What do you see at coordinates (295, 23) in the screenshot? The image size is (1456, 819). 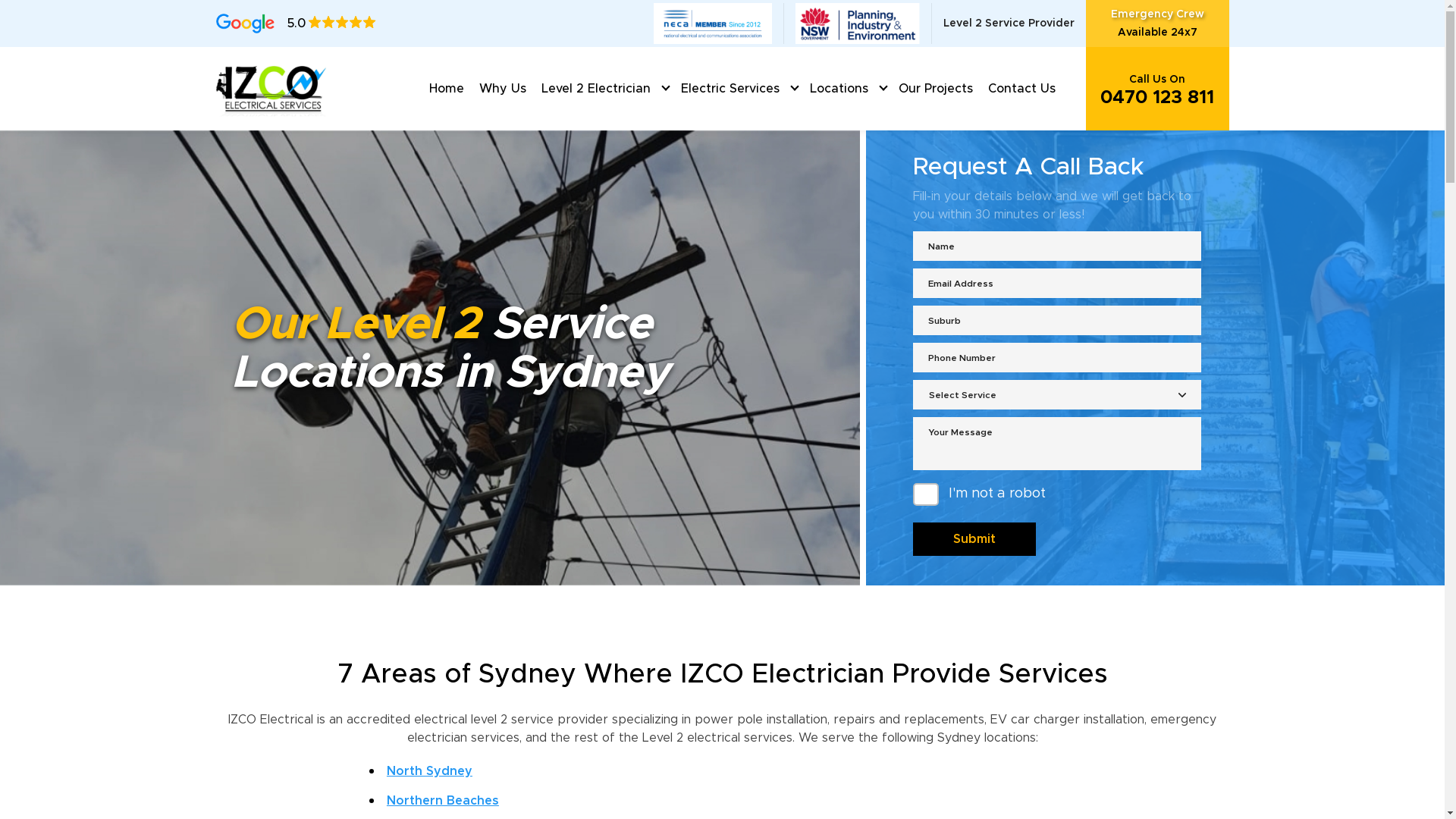 I see `'5.0'` at bounding box center [295, 23].